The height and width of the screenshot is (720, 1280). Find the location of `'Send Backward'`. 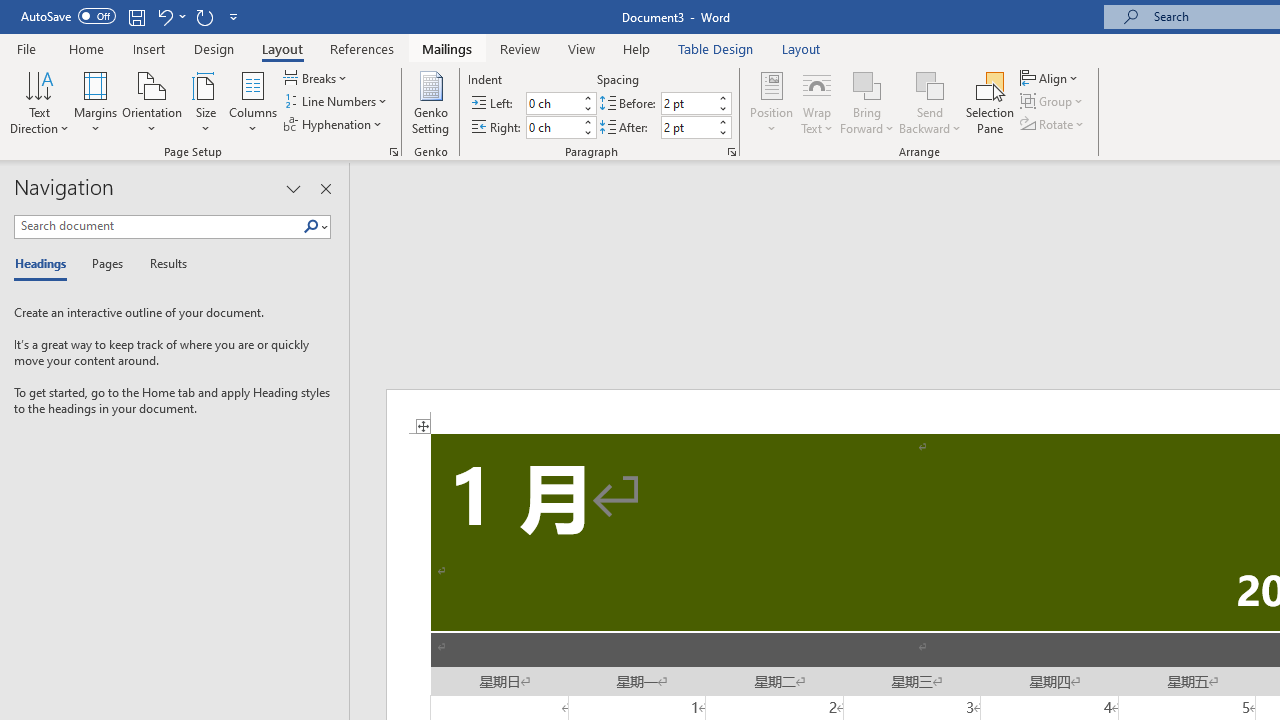

'Send Backward' is located at coordinates (929, 84).